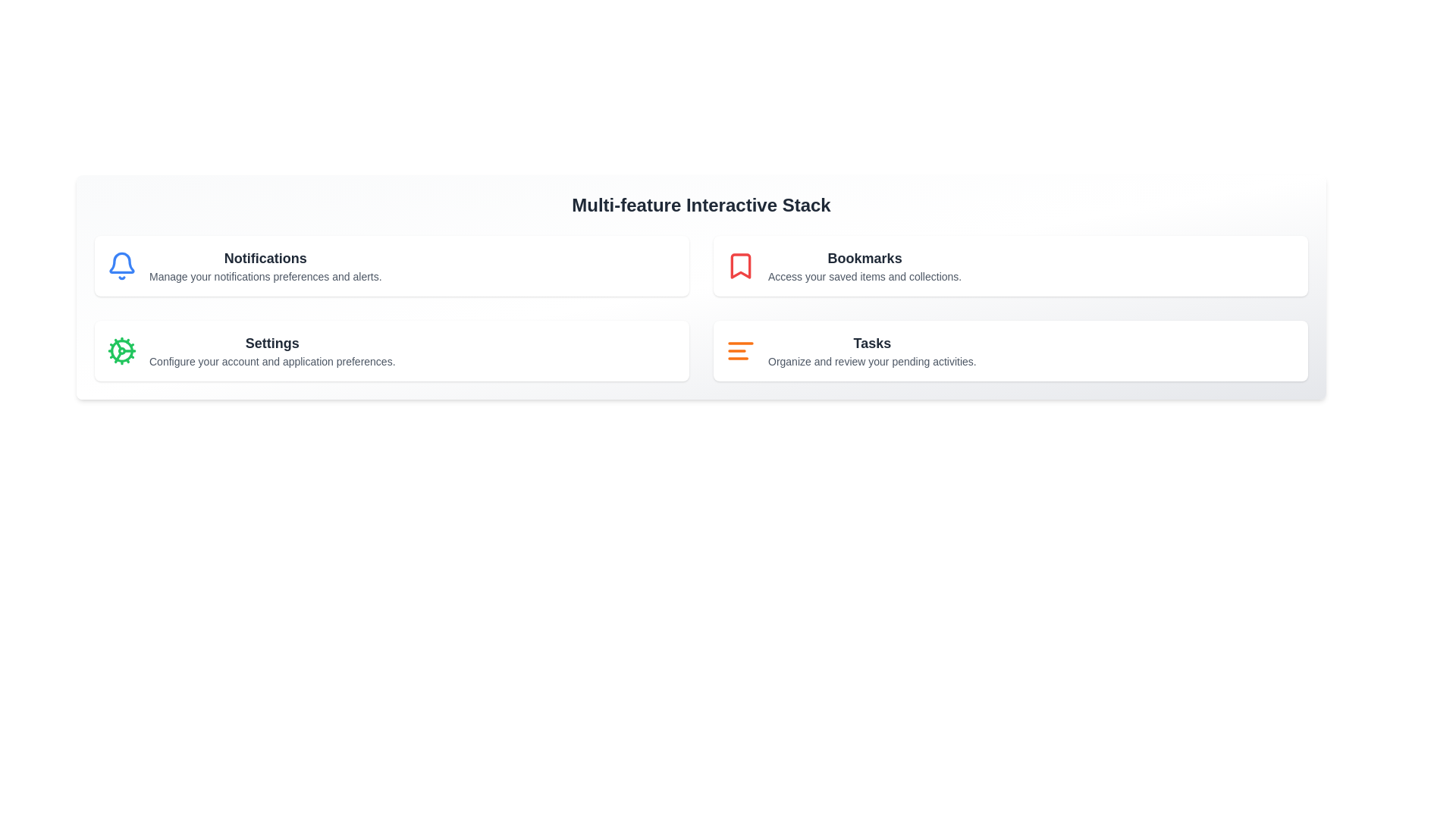  I want to click on the descriptive text element titled 'Tasks' that provides a brief explanation of organizing and reviewing pending activities, located in the center of the third box in the right column of a two-row grid under 'Multi-feature Interactive Stack', so click(872, 350).